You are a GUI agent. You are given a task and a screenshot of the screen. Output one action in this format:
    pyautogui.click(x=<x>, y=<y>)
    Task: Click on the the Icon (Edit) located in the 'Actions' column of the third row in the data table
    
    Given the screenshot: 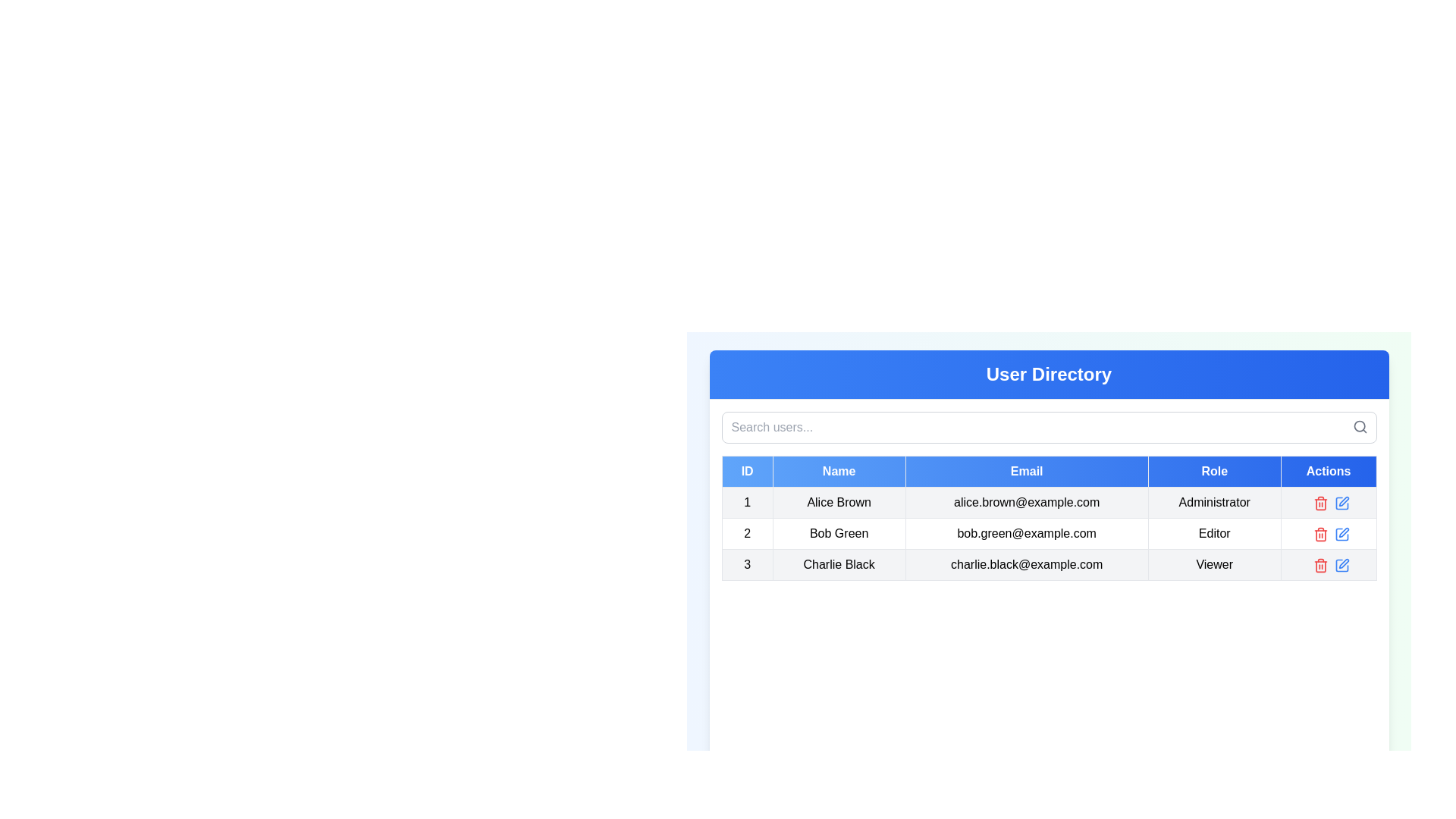 What is the action you would take?
    pyautogui.click(x=1342, y=503)
    